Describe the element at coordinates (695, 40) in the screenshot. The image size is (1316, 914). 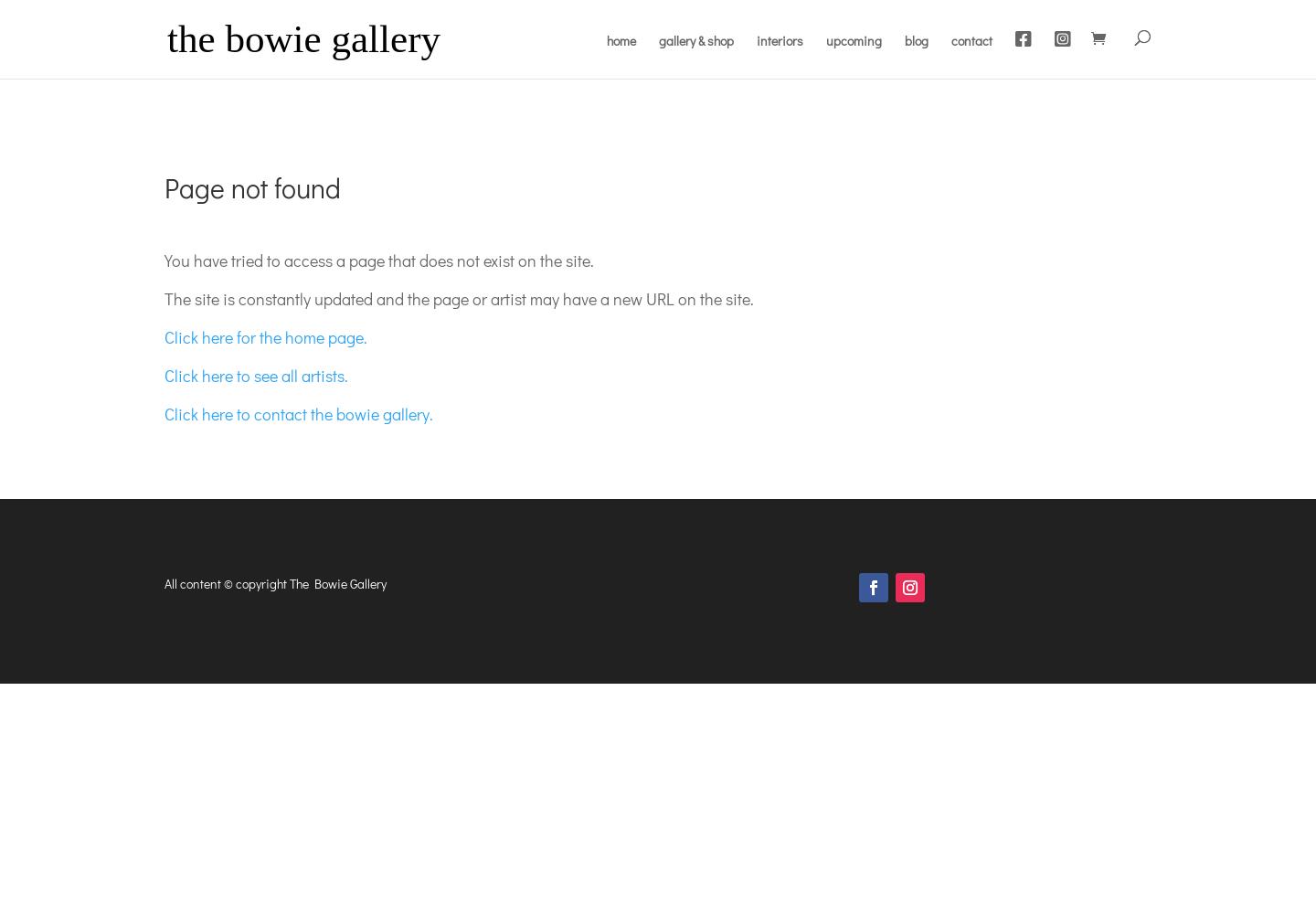
I see `'gallery & shop'` at that location.